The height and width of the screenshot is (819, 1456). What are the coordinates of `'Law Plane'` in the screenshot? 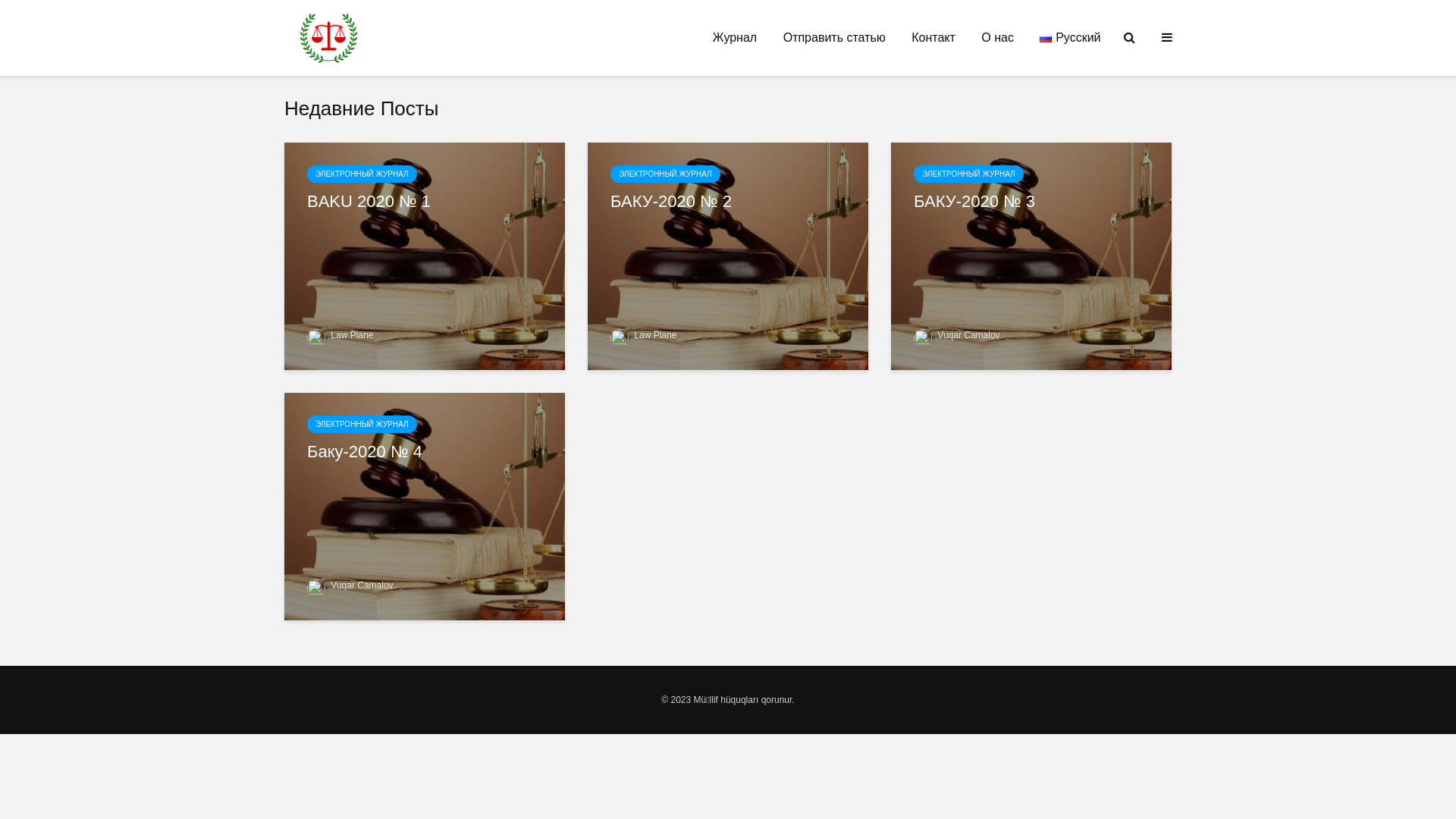 It's located at (339, 334).